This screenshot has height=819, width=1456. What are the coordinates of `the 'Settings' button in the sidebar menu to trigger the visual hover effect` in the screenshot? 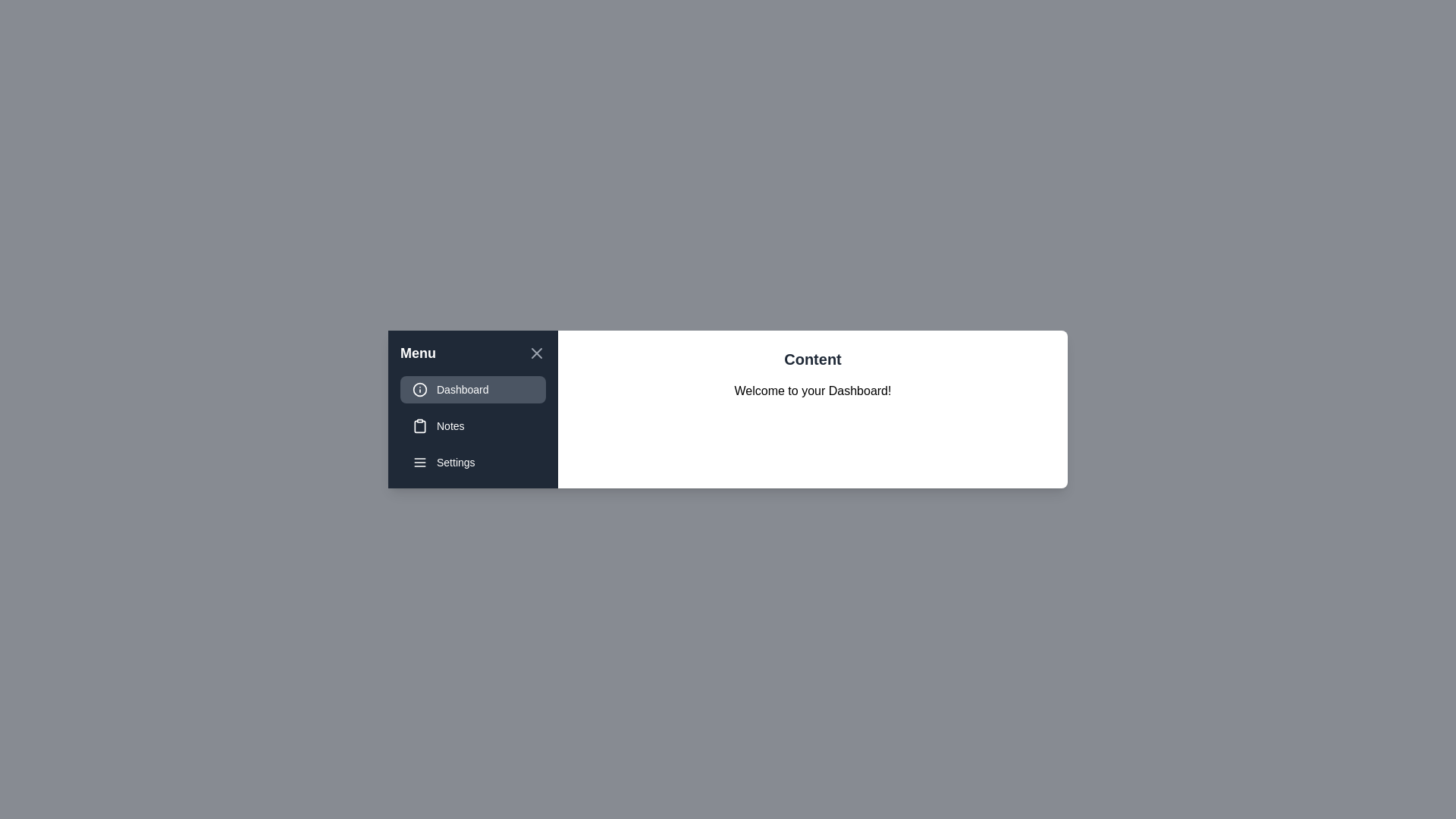 It's located at (472, 461).